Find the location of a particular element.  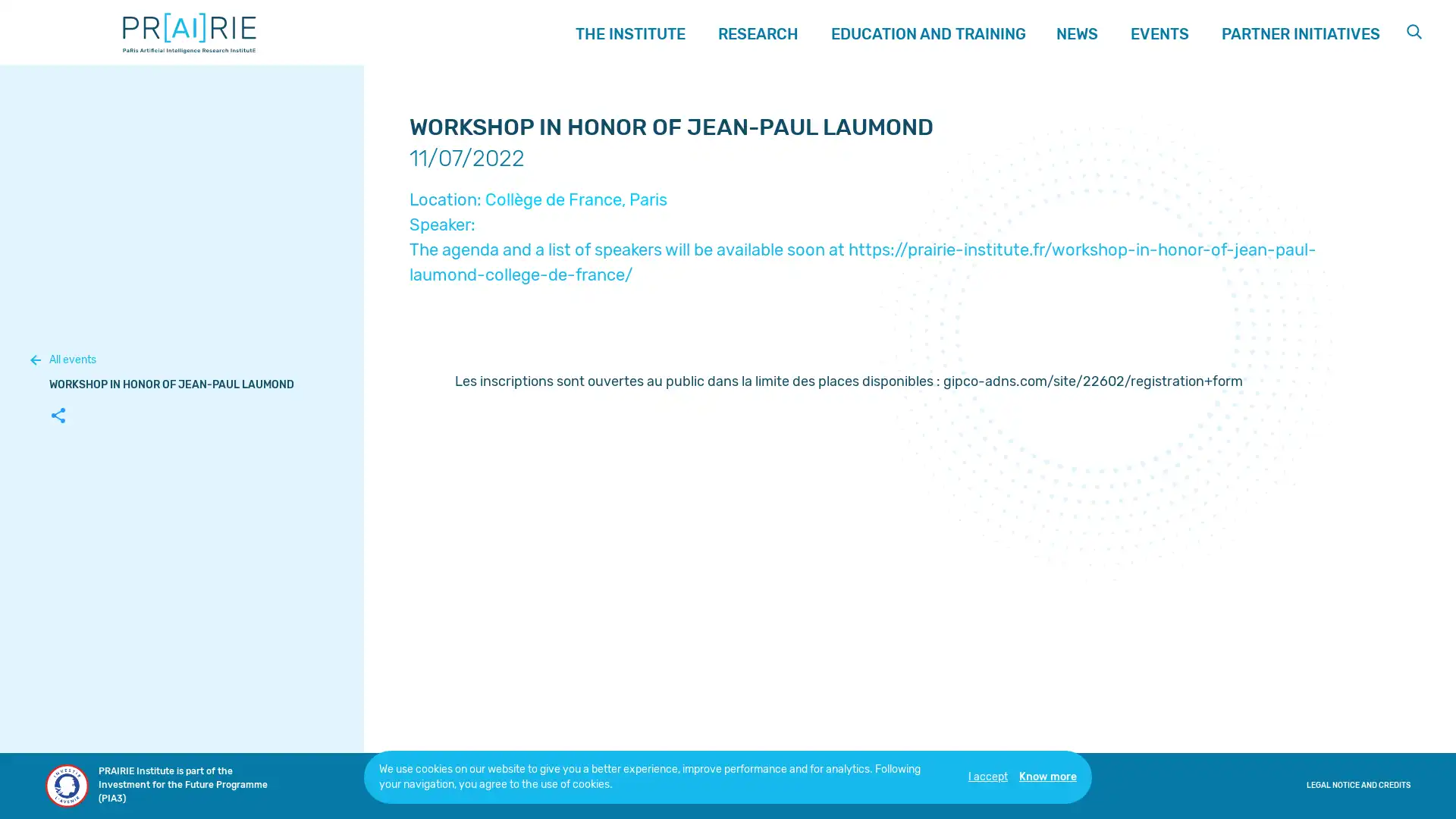

Search is located at coordinates (1414, 32).